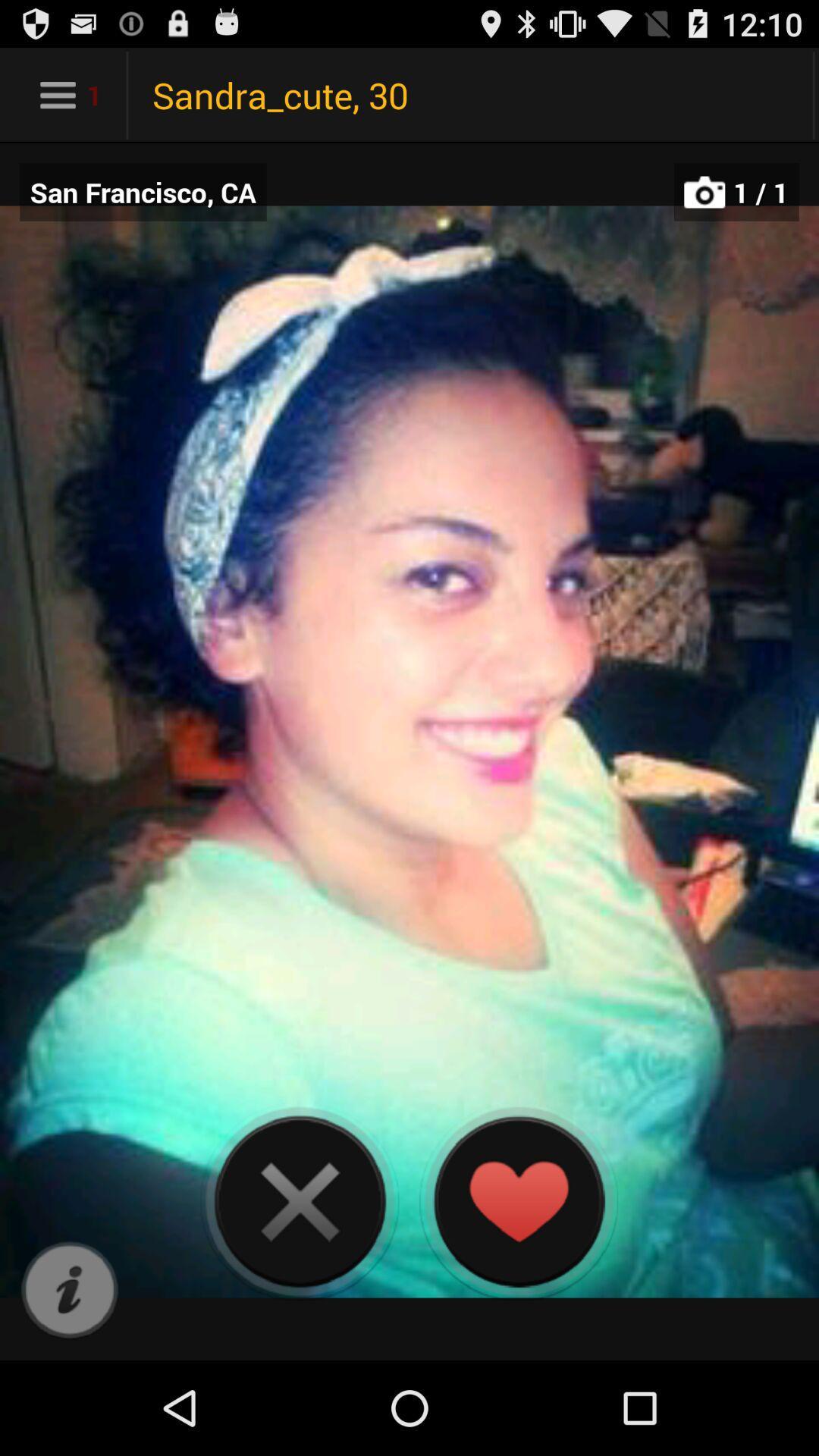  Describe the element at coordinates (517, 1200) in the screenshot. I see `a heart` at that location.